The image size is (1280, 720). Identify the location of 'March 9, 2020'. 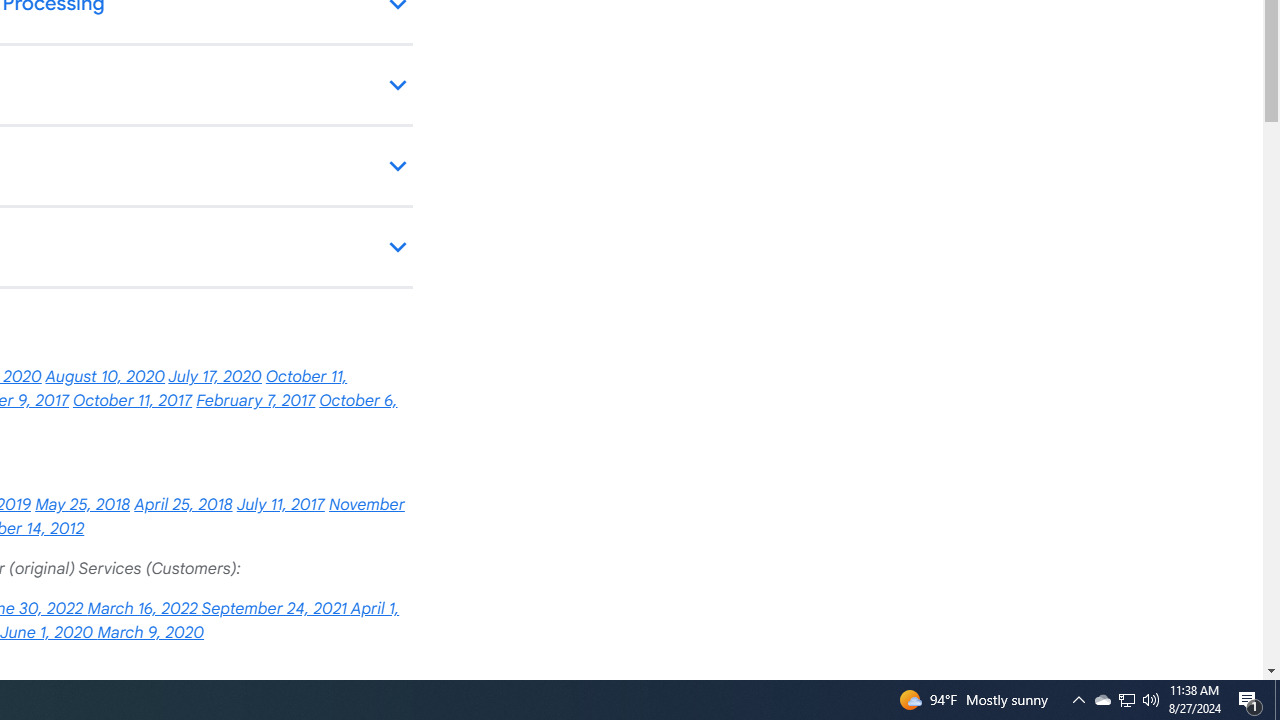
(150, 632).